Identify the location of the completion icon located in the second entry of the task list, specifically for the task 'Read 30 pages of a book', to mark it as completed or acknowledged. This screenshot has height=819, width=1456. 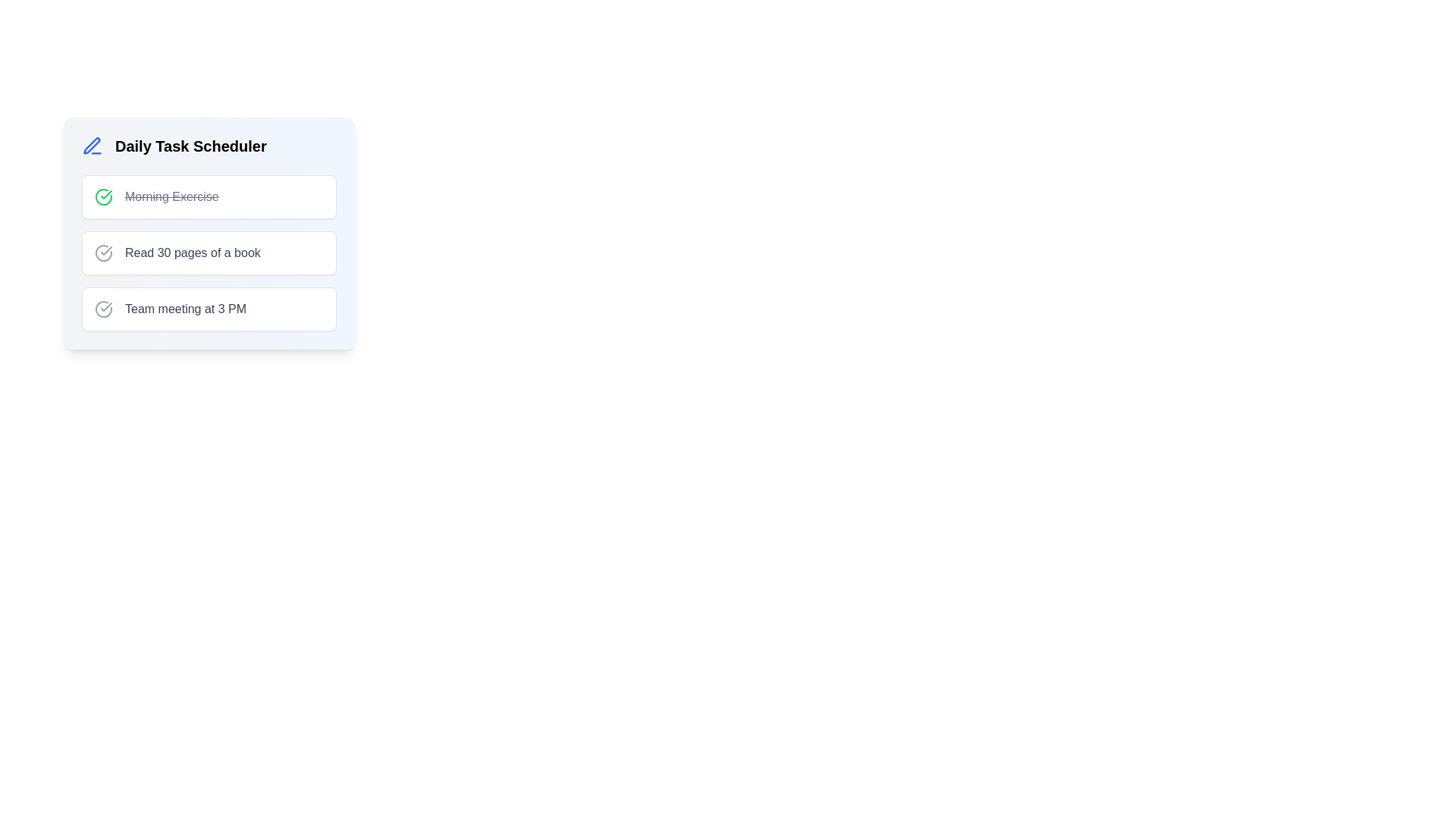
(103, 253).